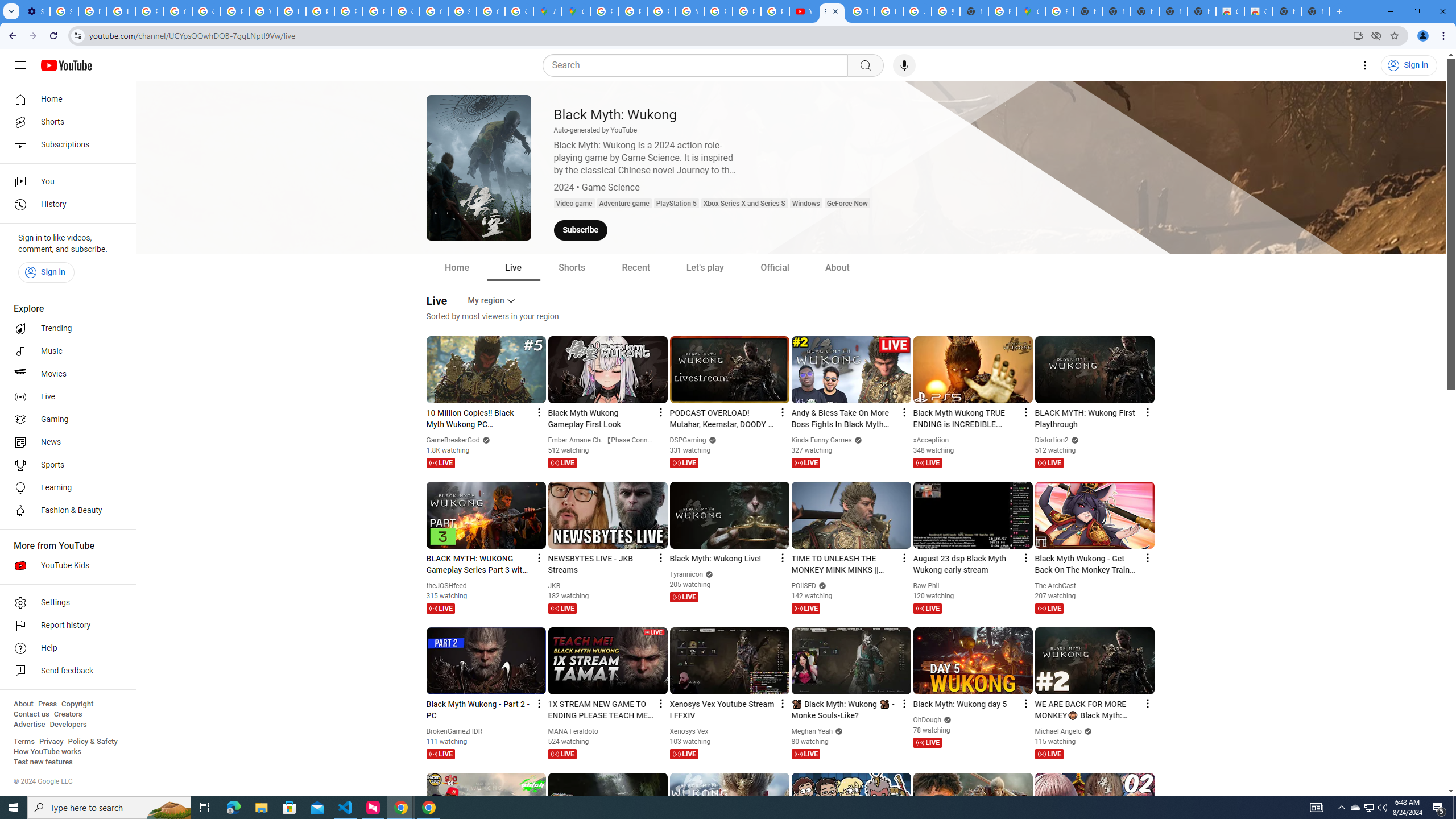 This screenshot has height=819, width=1456. I want to click on 'Search with your voice', so click(904, 65).